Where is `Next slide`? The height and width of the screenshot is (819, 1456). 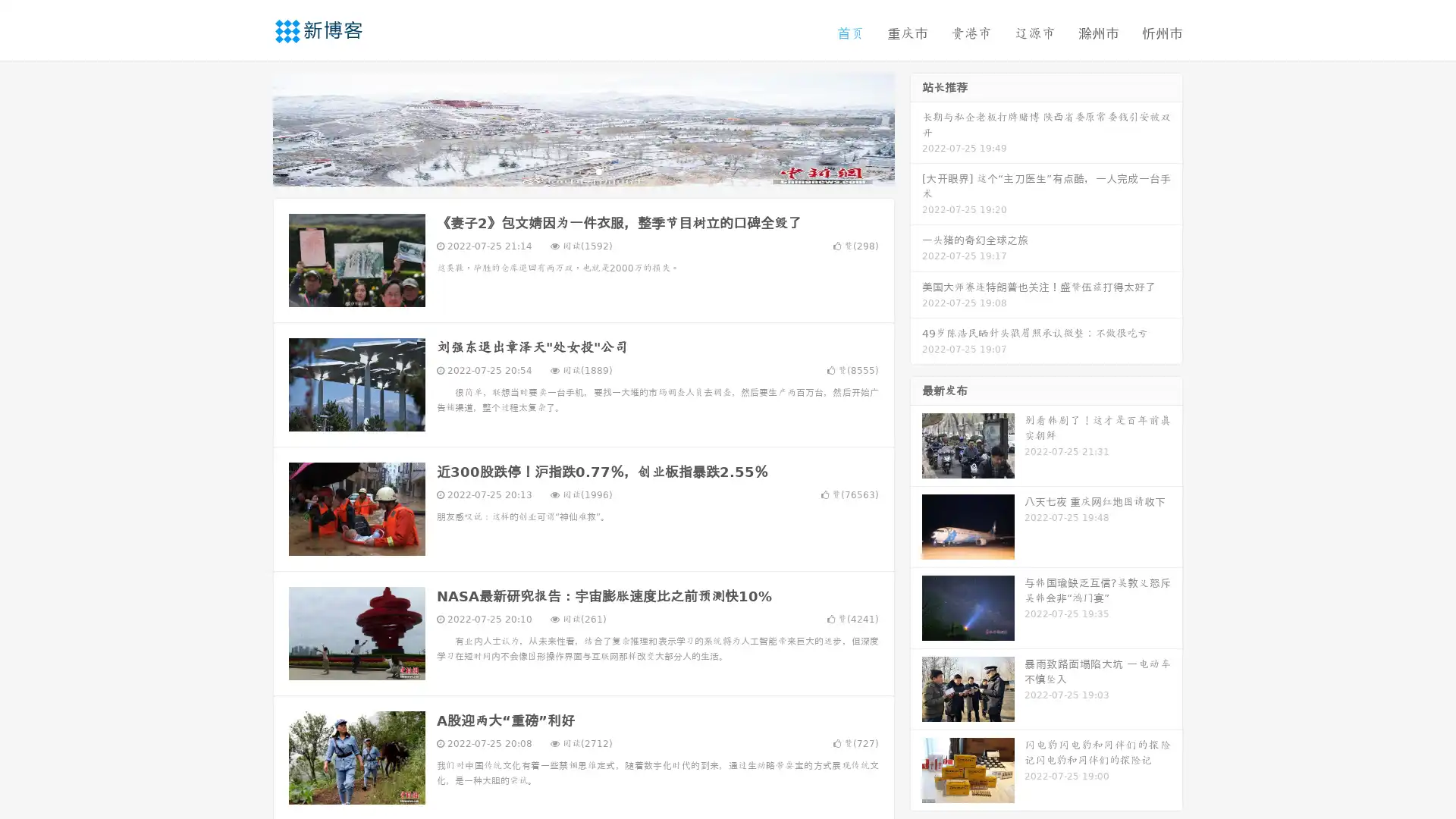
Next slide is located at coordinates (916, 127).